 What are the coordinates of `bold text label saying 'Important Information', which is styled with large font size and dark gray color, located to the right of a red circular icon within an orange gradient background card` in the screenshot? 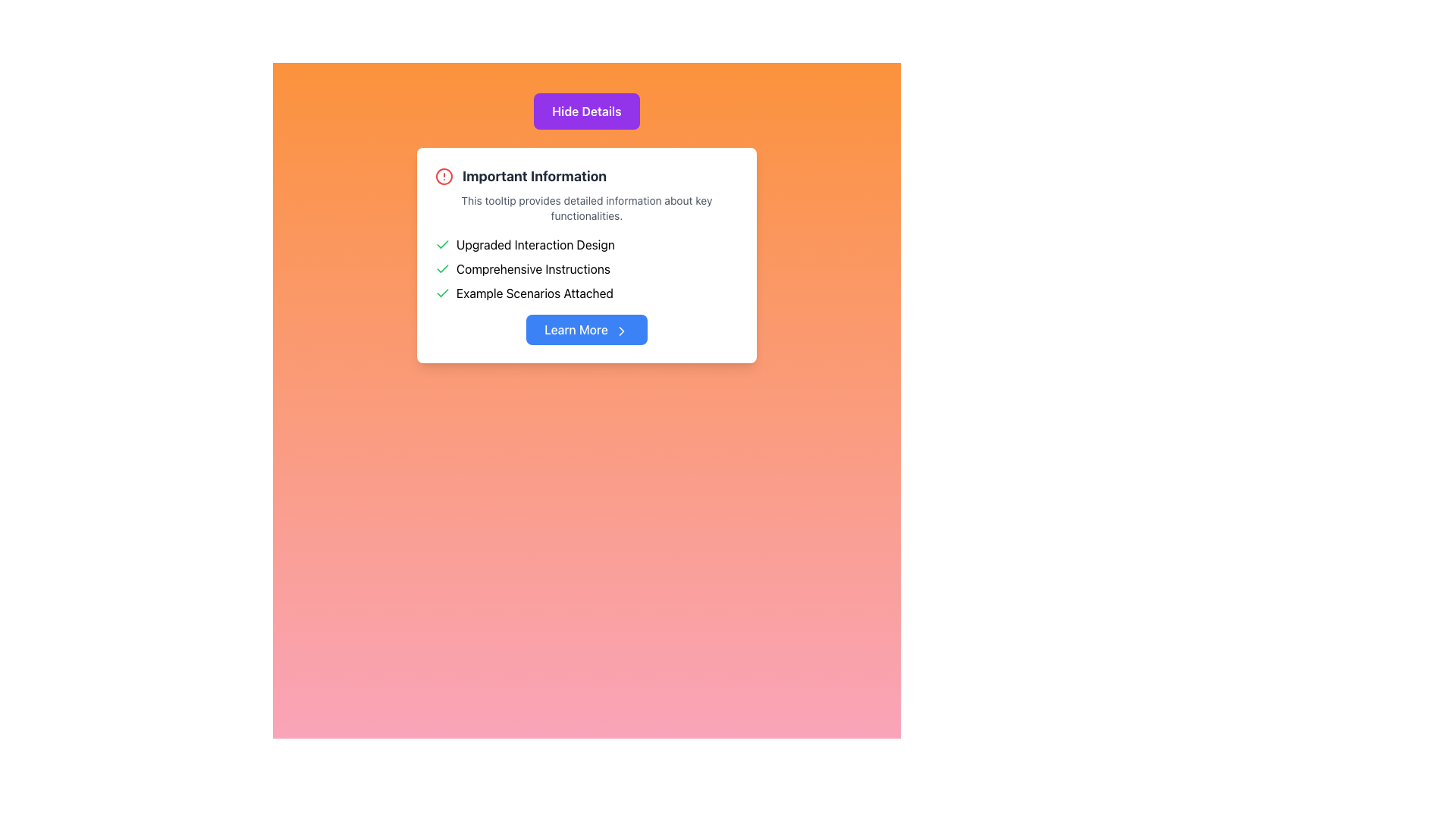 It's located at (535, 175).